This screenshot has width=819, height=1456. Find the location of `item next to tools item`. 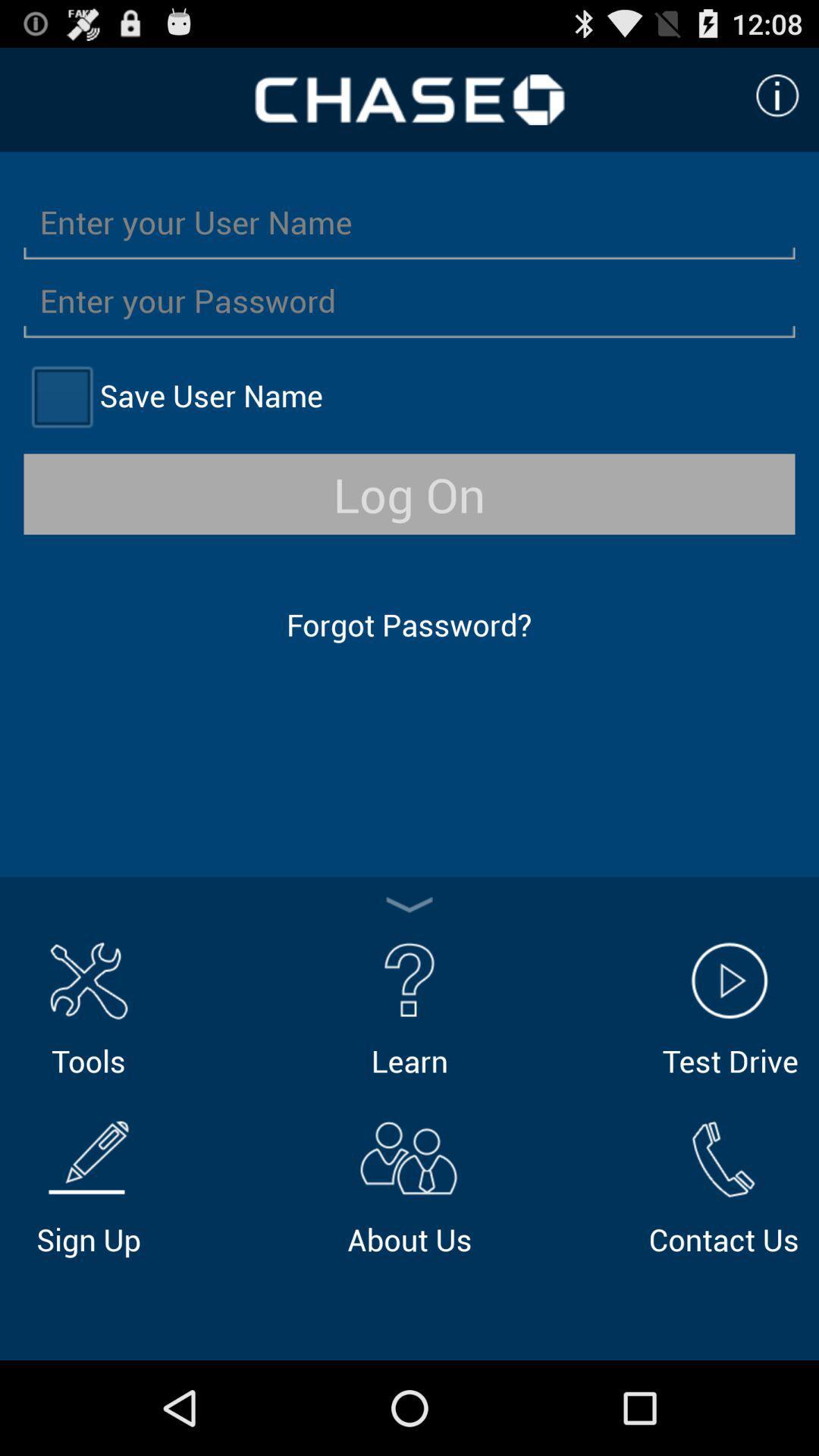

item next to tools item is located at coordinates (409, 1006).